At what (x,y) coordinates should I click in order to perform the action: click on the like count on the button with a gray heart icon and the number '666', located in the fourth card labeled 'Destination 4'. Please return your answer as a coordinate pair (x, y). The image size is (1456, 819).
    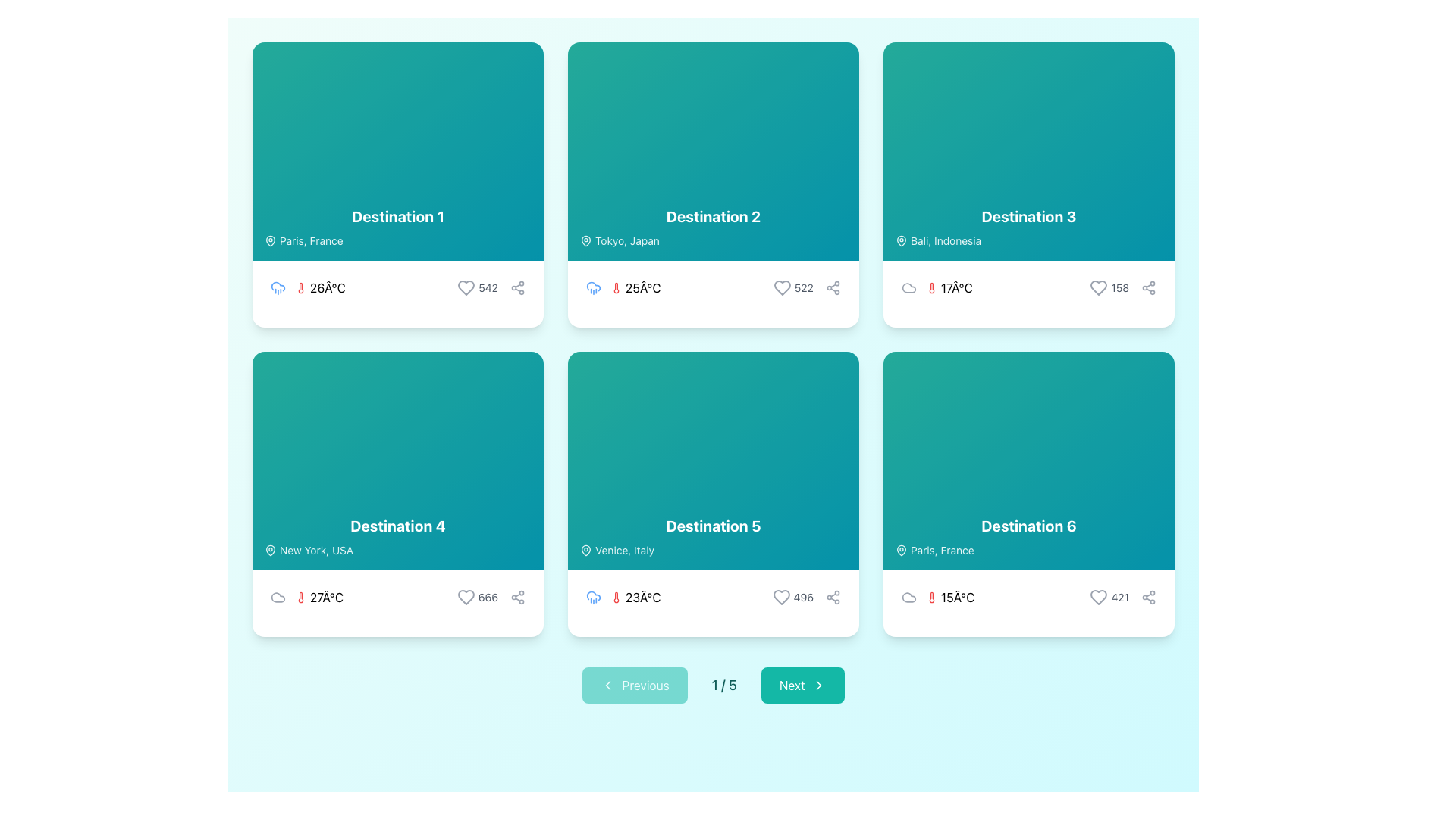
    Looking at the image, I should click on (476, 596).